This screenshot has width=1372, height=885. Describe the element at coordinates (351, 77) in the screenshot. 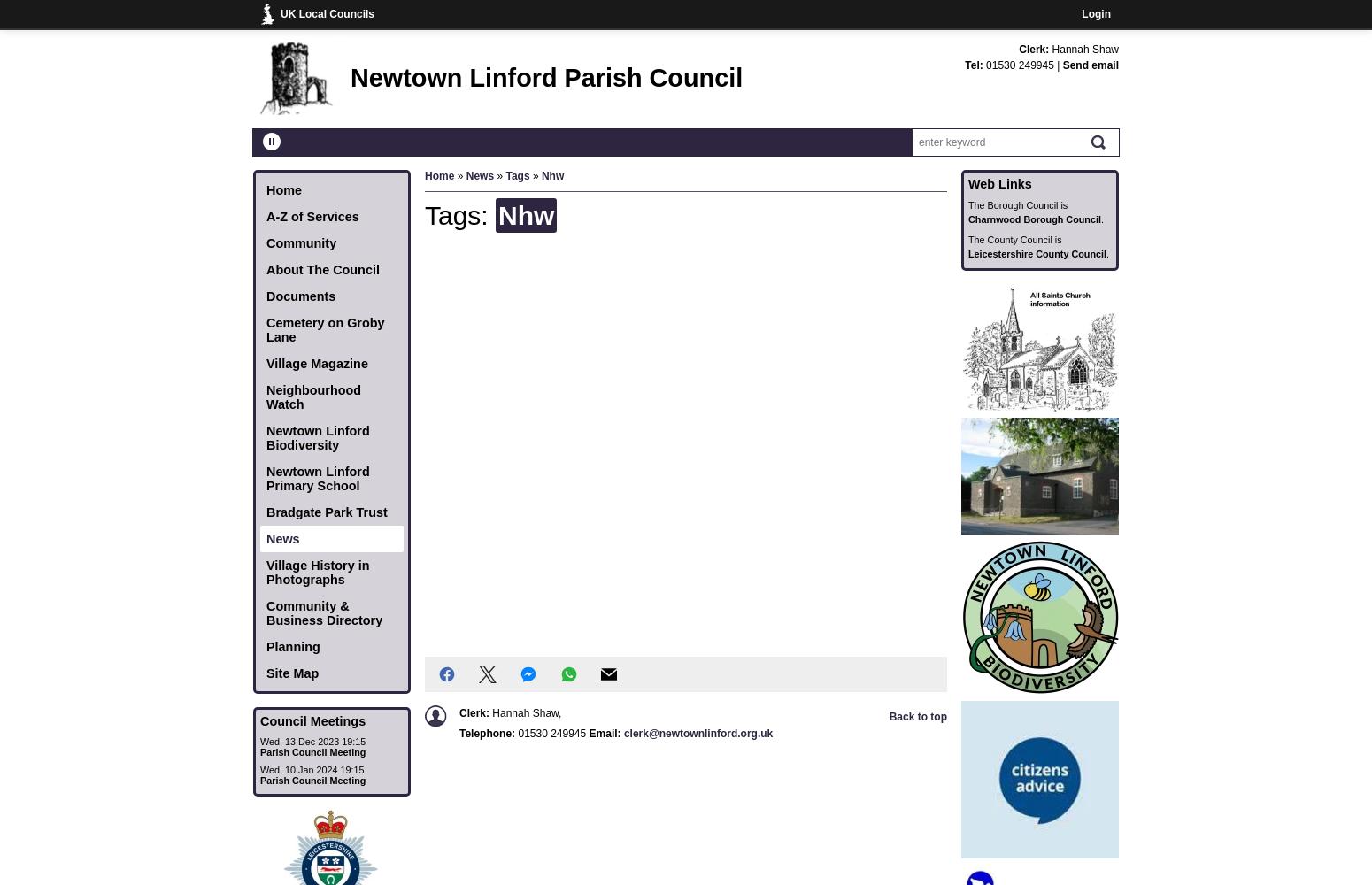

I see `'Newtown Linford Parish Council'` at that location.